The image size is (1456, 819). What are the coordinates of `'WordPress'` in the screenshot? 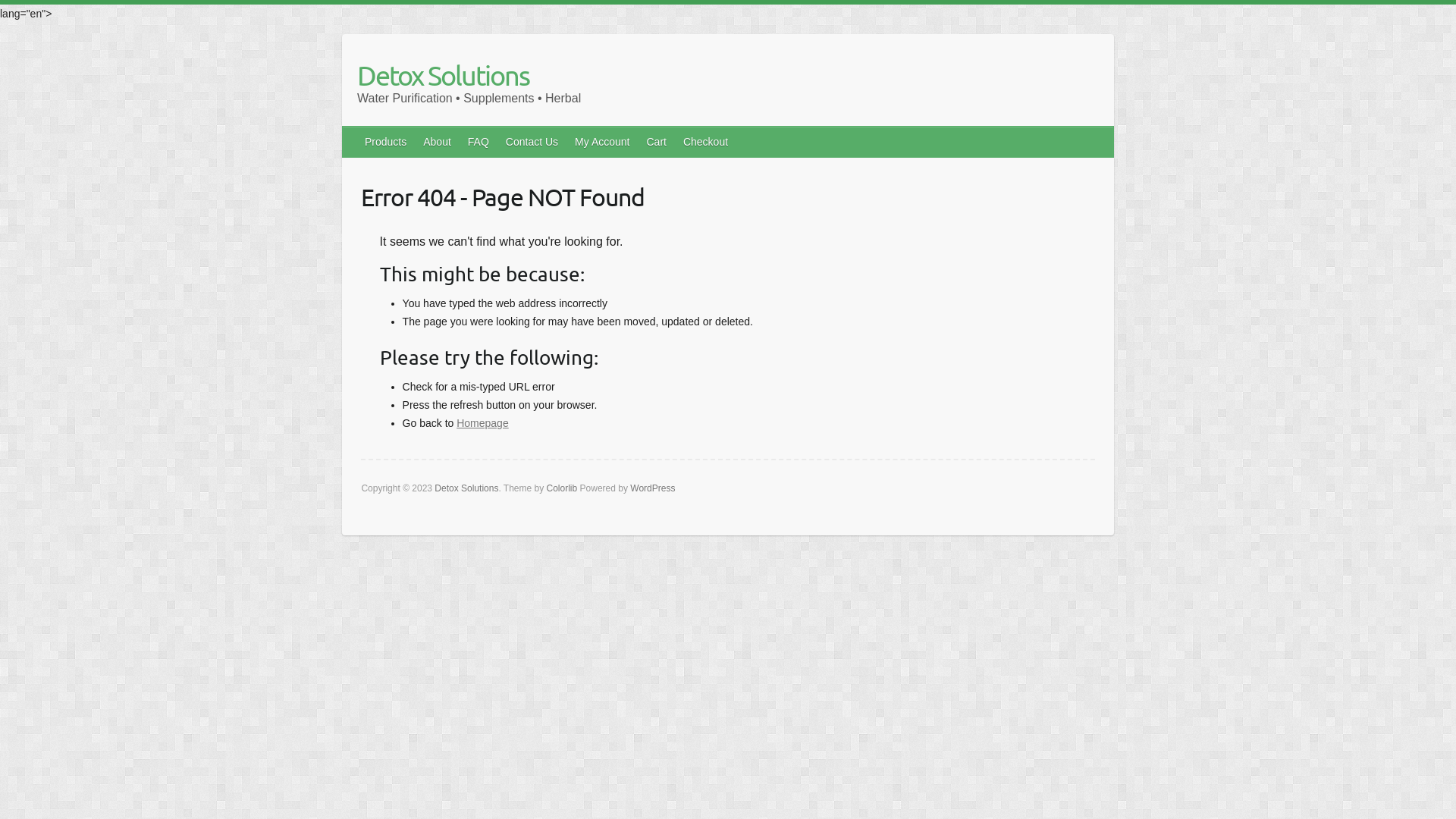 It's located at (652, 488).